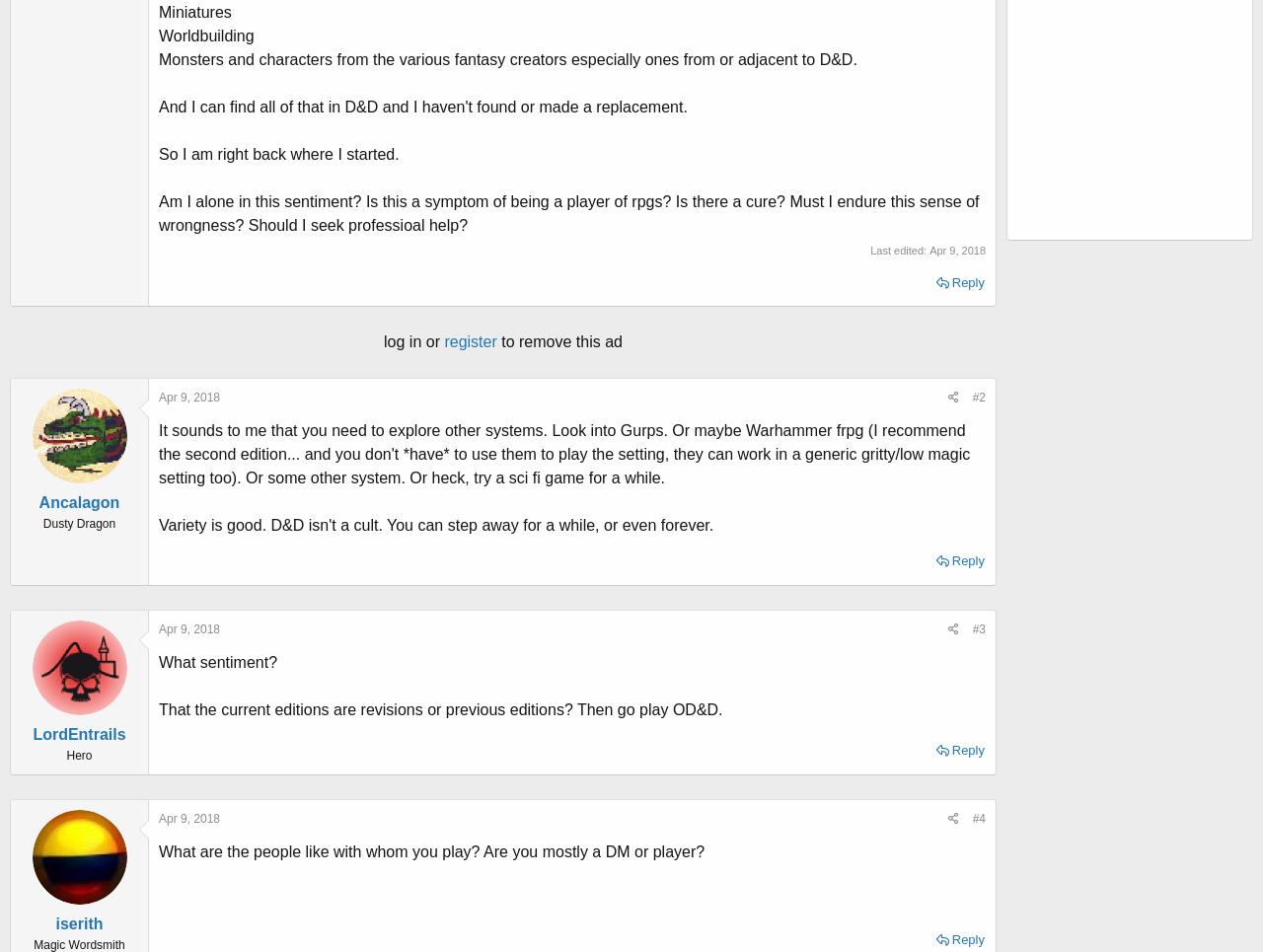 Image resolution: width=1263 pixels, height=952 pixels. I want to click on 'log in or', so click(412, 341).